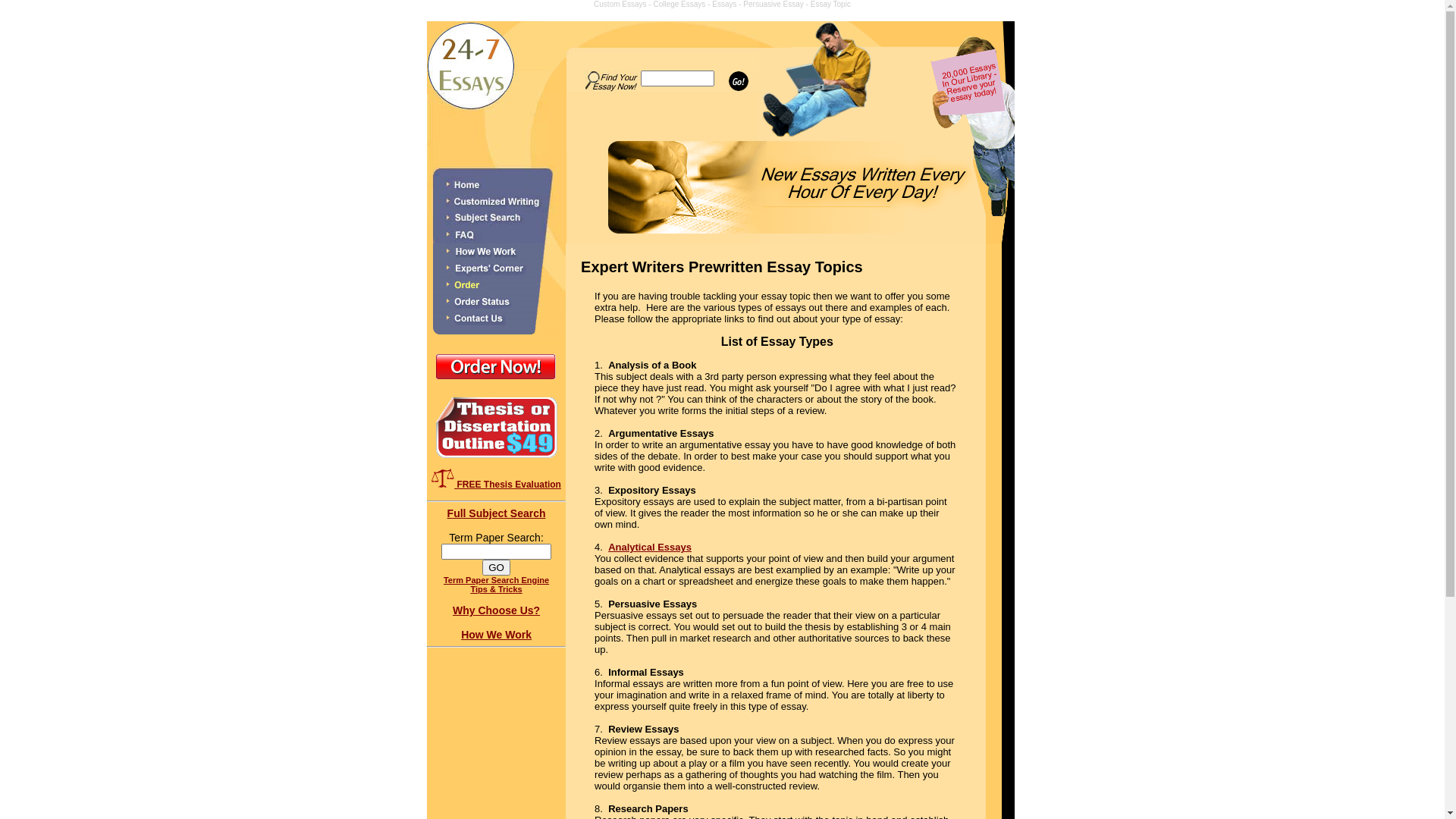 The image size is (1456, 819). Describe the element at coordinates (442, 478) in the screenshot. I see `'FREE Thesis Evaluation'` at that location.